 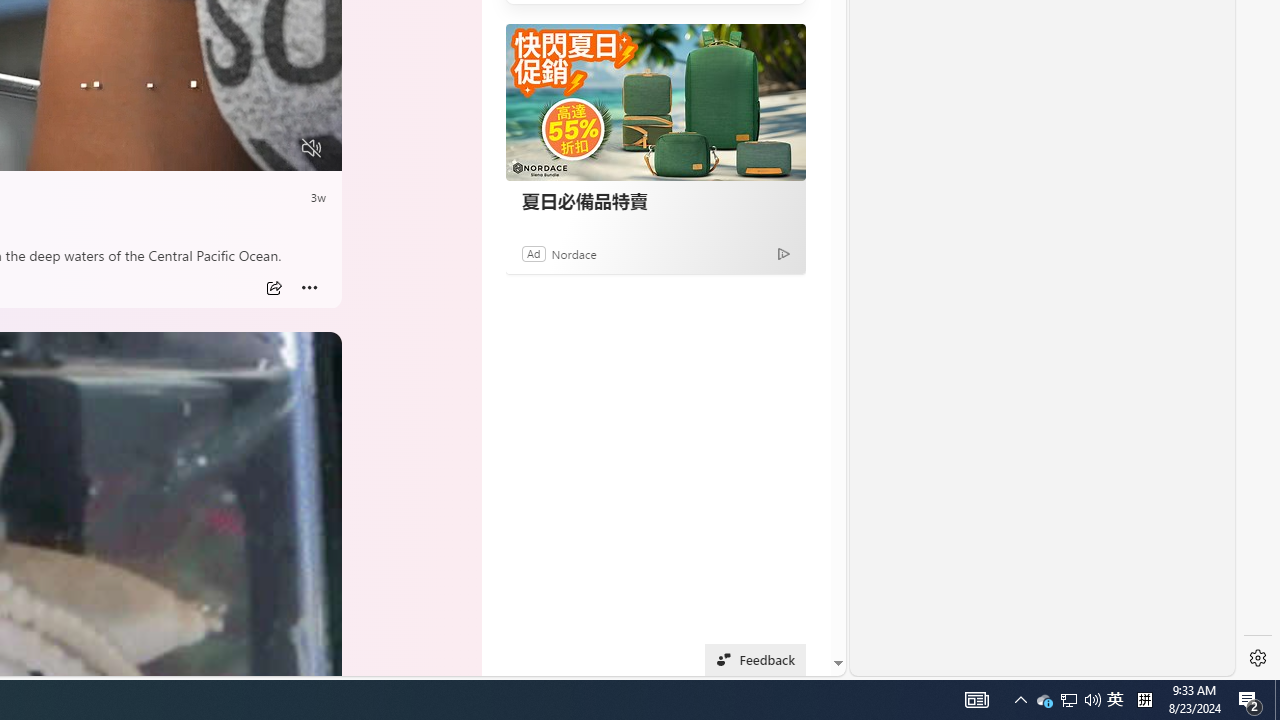 What do you see at coordinates (309, 288) in the screenshot?
I see `'Class: at-item inline-watch'` at bounding box center [309, 288].